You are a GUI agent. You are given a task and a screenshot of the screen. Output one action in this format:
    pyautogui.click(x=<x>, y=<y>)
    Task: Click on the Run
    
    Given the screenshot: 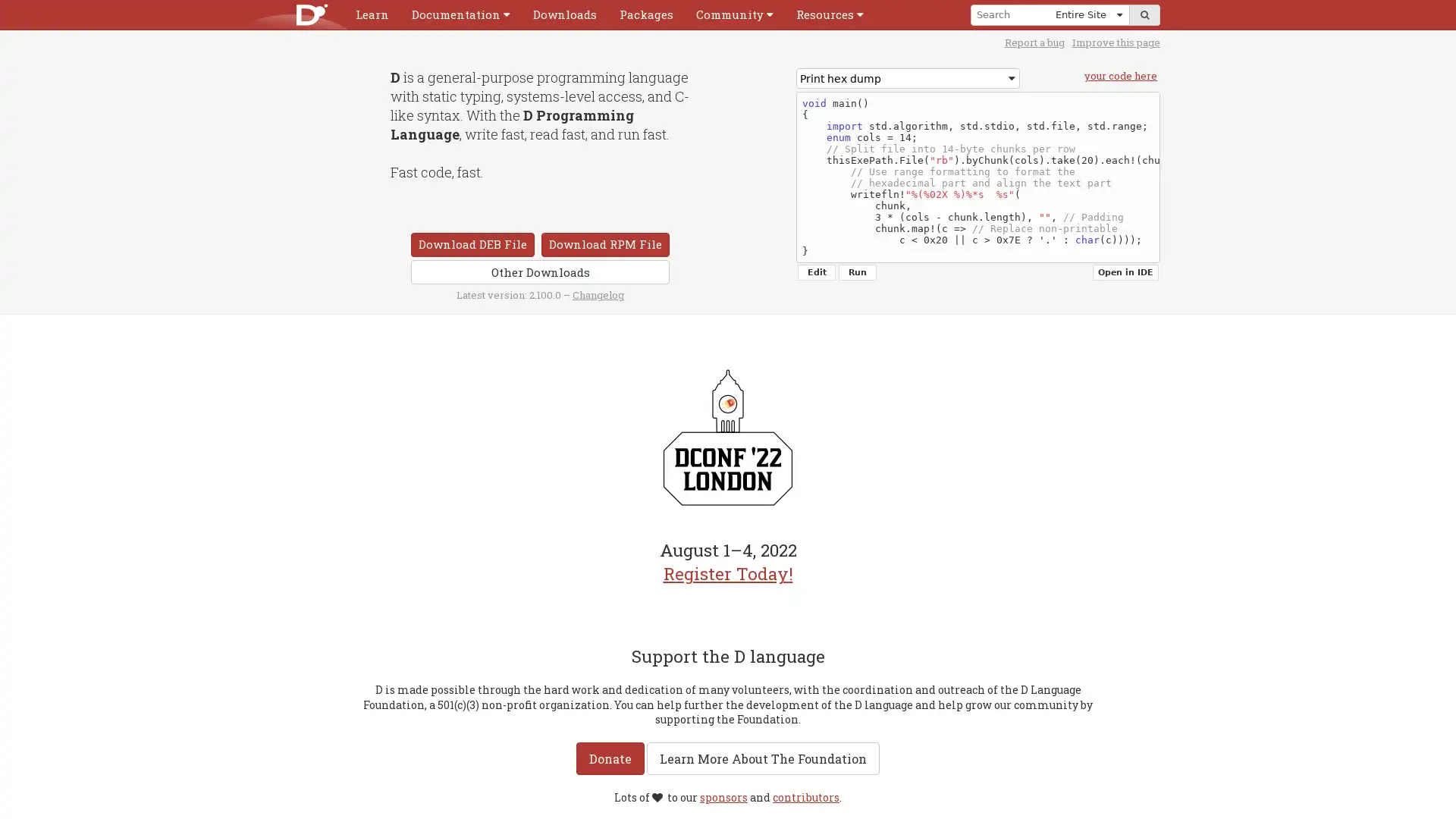 What is the action you would take?
    pyautogui.click(x=858, y=271)
    